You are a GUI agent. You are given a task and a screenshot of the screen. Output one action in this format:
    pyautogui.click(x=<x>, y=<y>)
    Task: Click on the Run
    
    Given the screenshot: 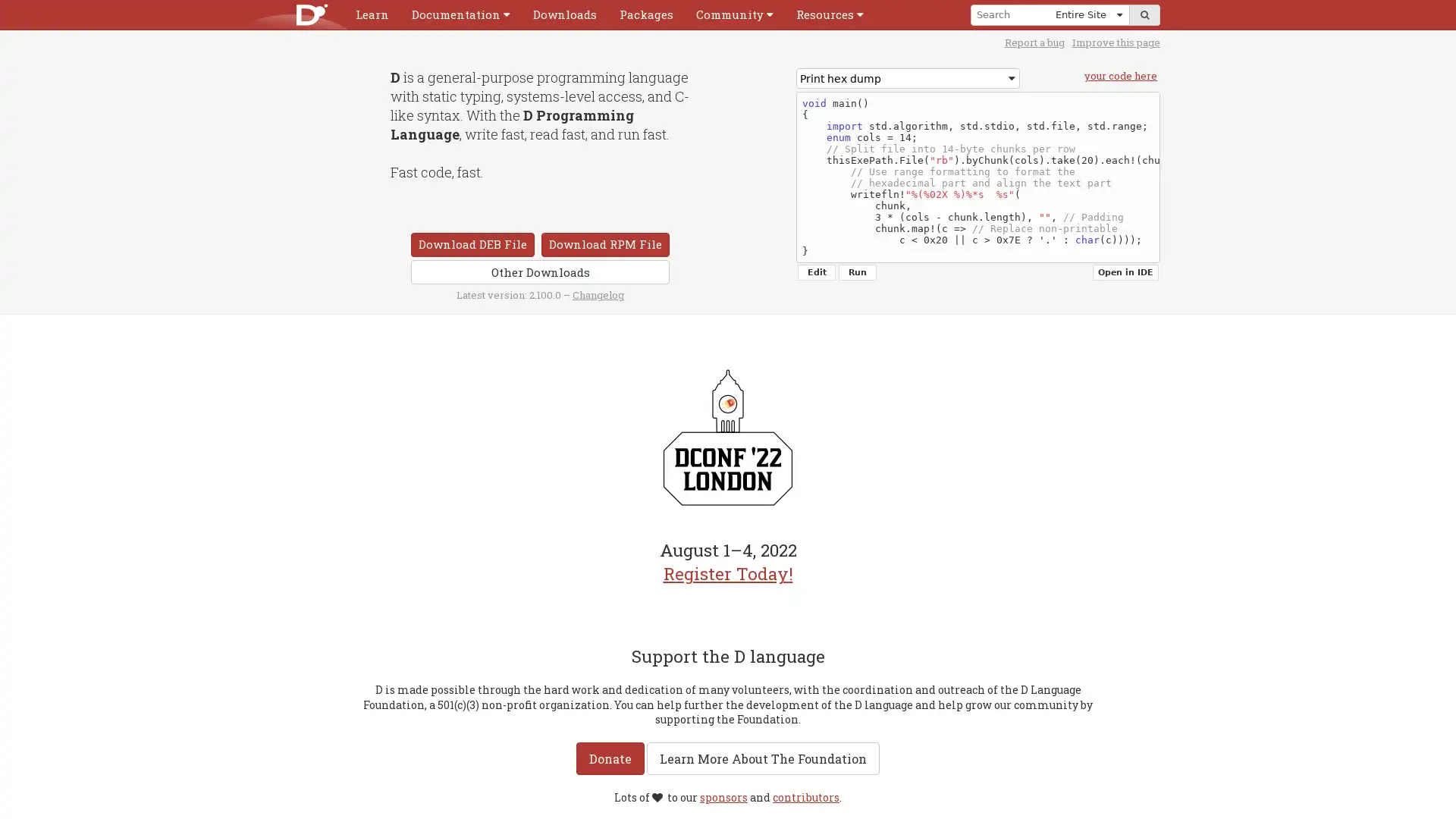 What is the action you would take?
    pyautogui.click(x=858, y=271)
    